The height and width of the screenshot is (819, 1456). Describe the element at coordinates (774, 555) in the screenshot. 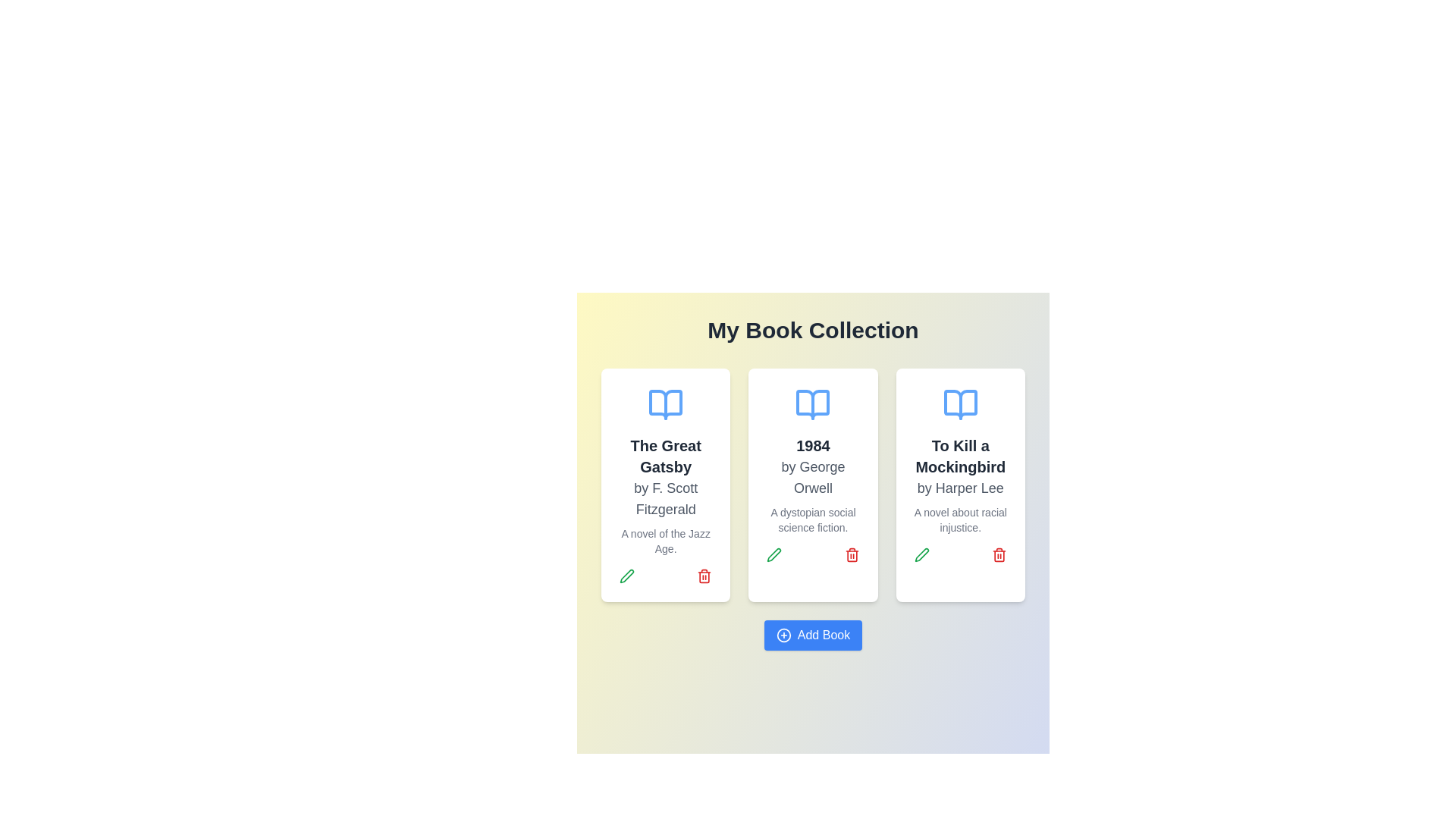

I see `the green outlined pencil icon used for editing, located on the card titled 'The Great Gatsby' in the 'My Book Collection' section` at that location.